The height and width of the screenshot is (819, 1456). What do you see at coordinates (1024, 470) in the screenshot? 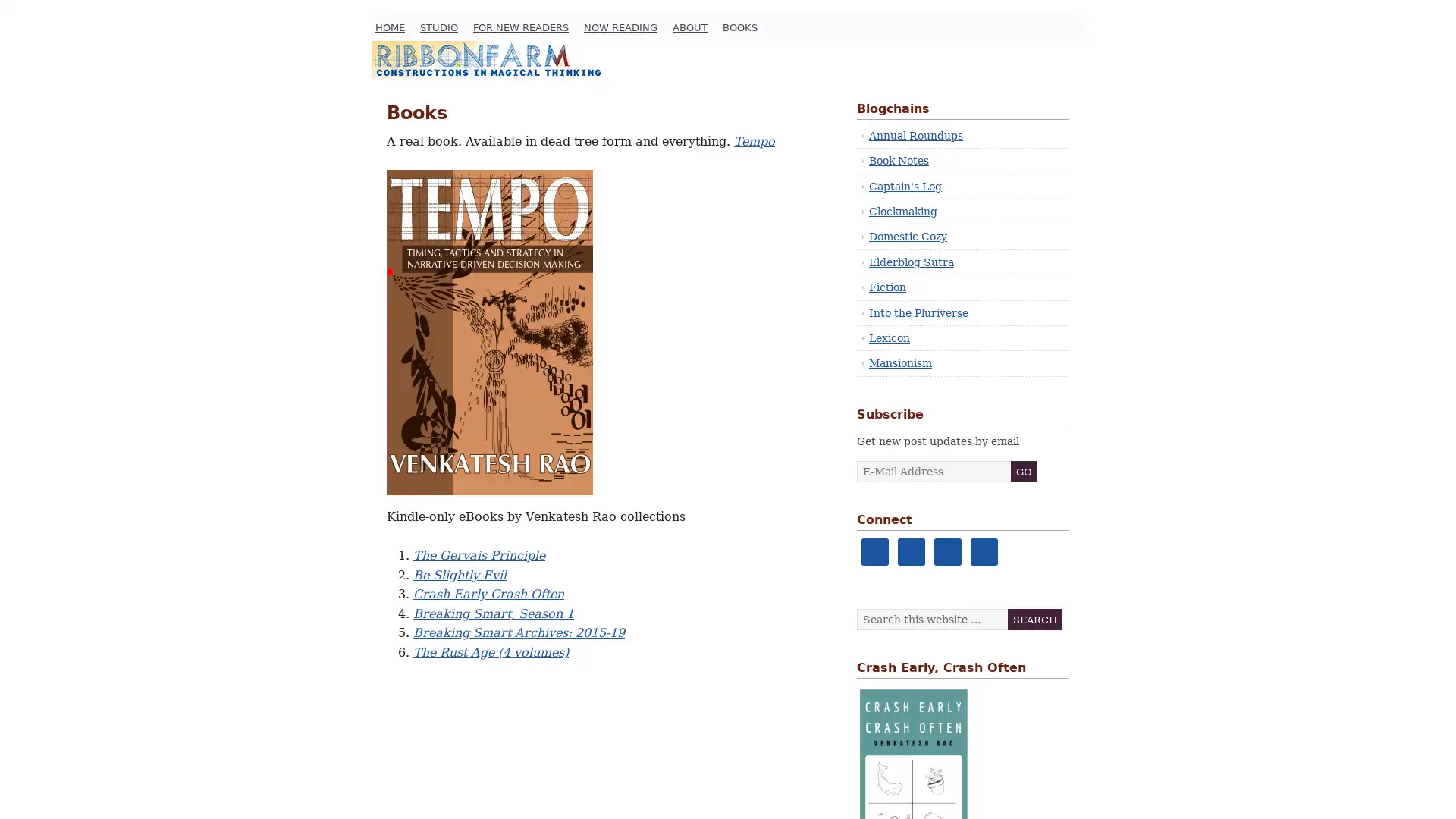
I see `Go` at bounding box center [1024, 470].